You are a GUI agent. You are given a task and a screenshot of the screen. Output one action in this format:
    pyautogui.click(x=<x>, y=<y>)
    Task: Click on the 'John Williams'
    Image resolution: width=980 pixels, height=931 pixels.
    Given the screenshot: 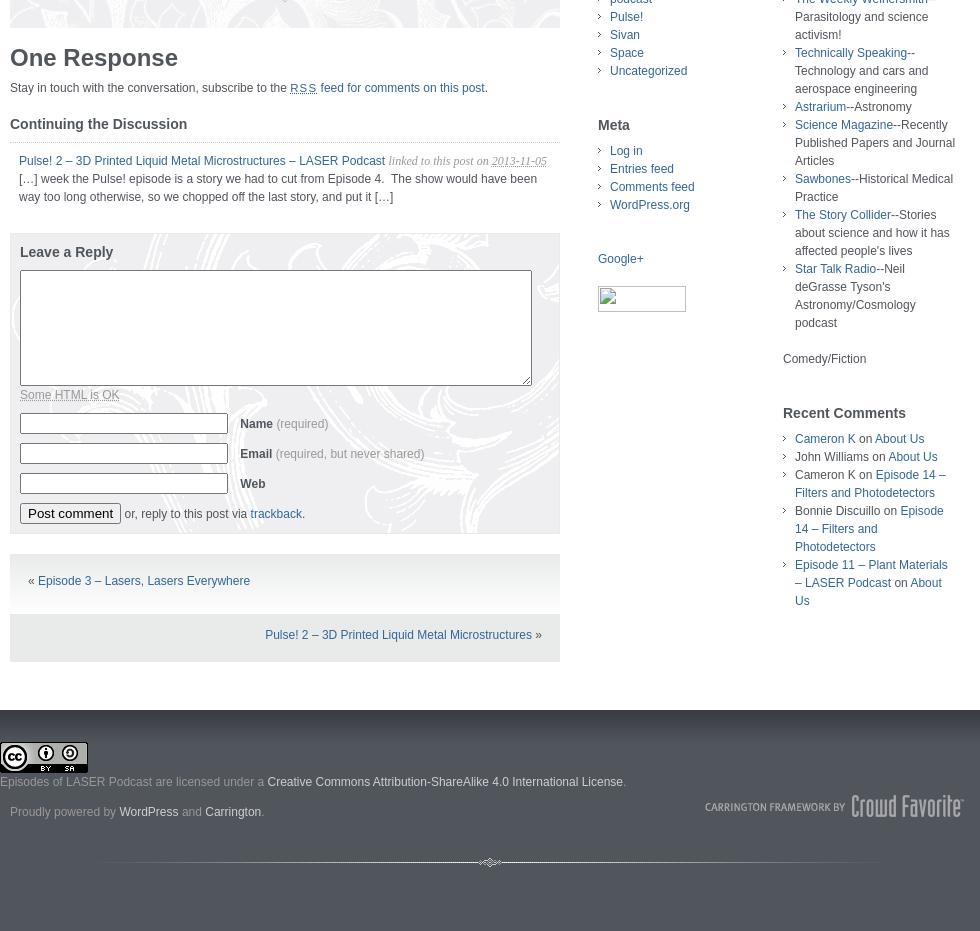 What is the action you would take?
    pyautogui.click(x=832, y=455)
    